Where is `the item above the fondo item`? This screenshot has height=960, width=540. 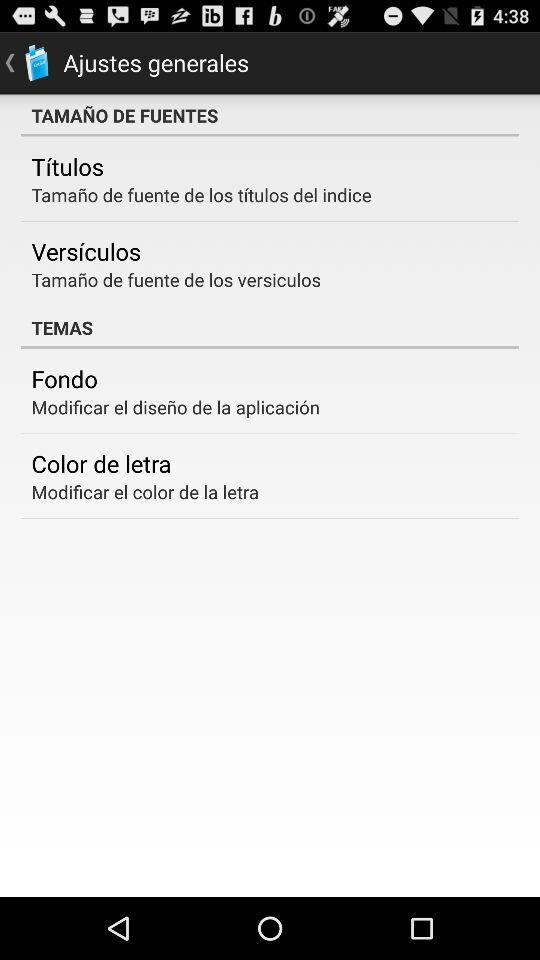 the item above the fondo item is located at coordinates (270, 327).